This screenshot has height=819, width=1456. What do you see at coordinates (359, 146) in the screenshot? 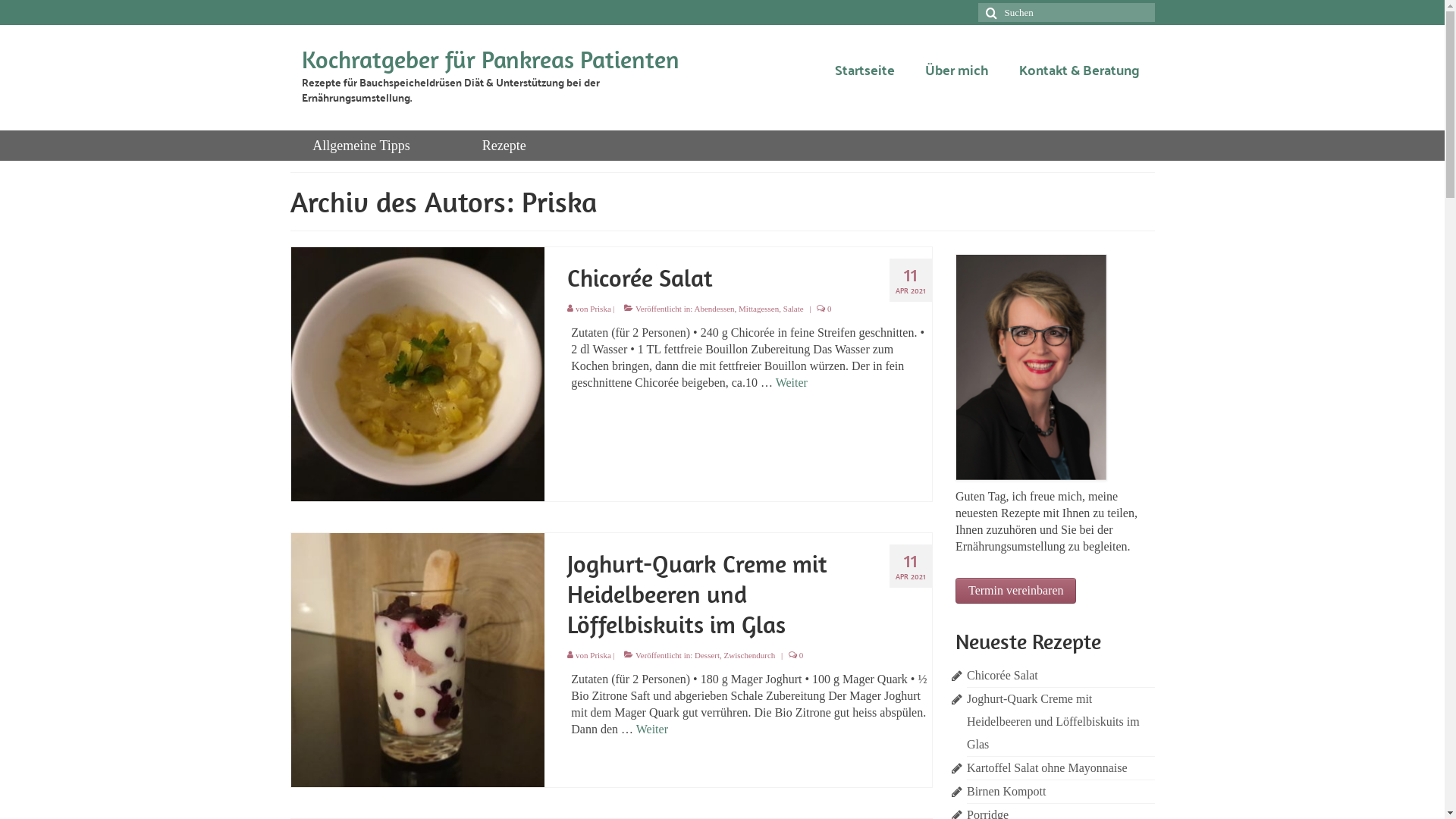
I see `'Allgemeine Tipps'` at bounding box center [359, 146].